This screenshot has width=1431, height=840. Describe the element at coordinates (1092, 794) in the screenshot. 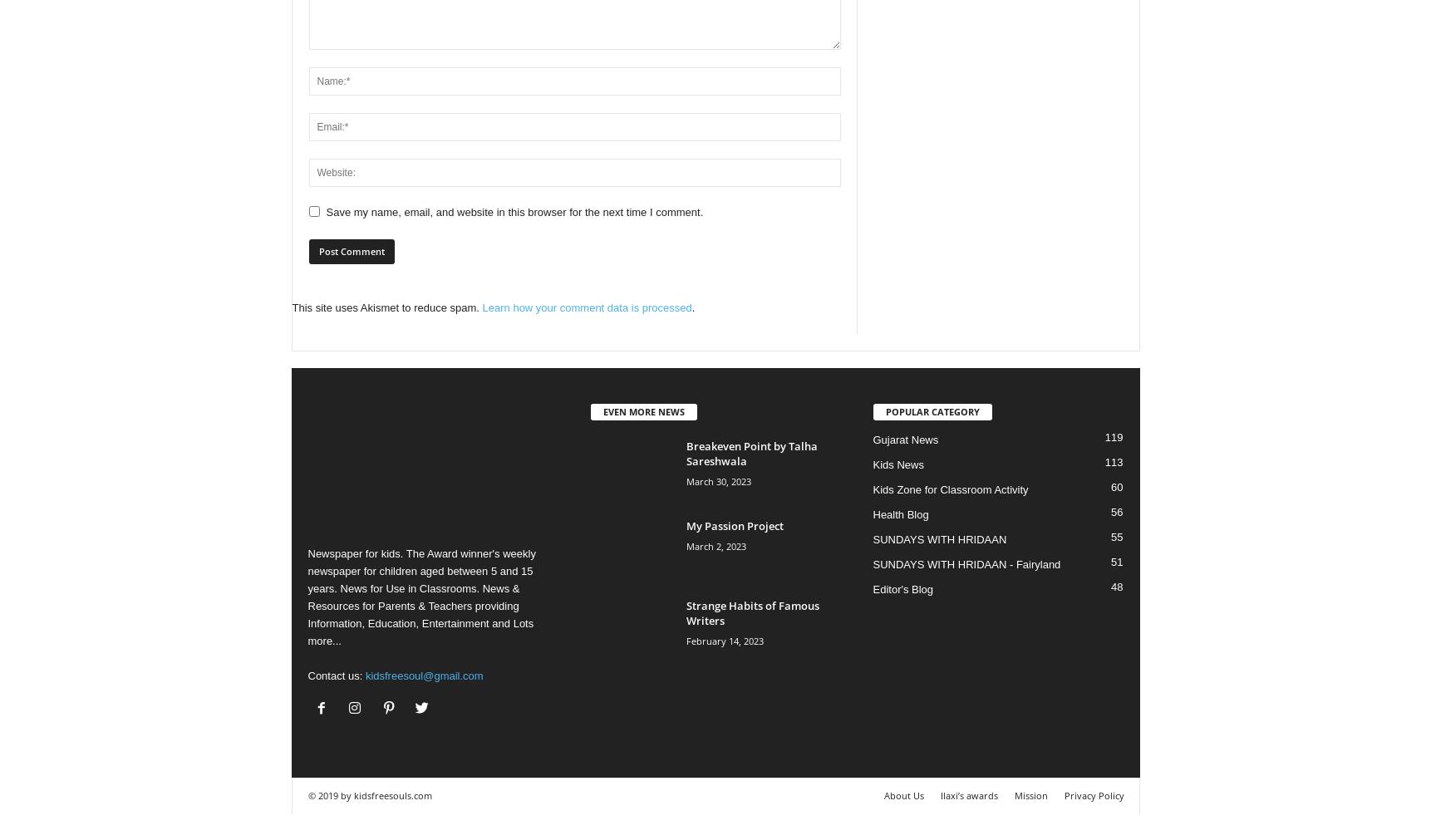

I see `'Privacy Policy'` at that location.